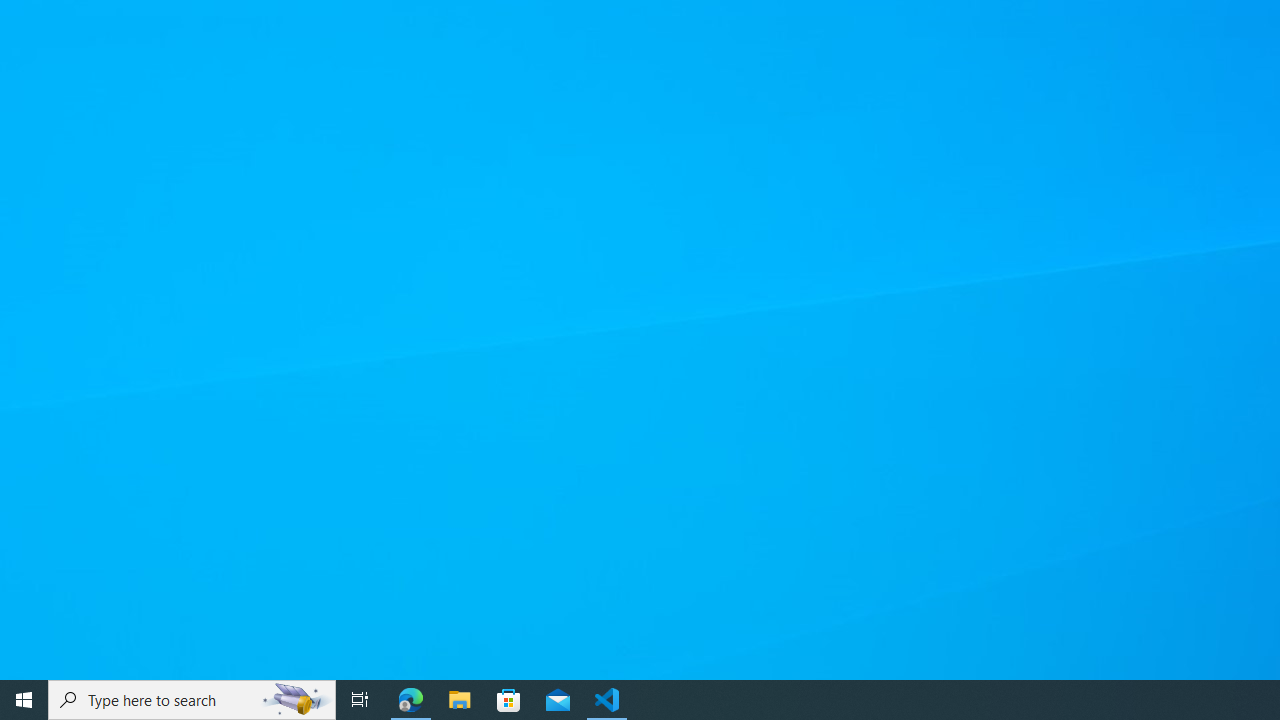 The height and width of the screenshot is (720, 1280). I want to click on 'Type here to search', so click(192, 698).